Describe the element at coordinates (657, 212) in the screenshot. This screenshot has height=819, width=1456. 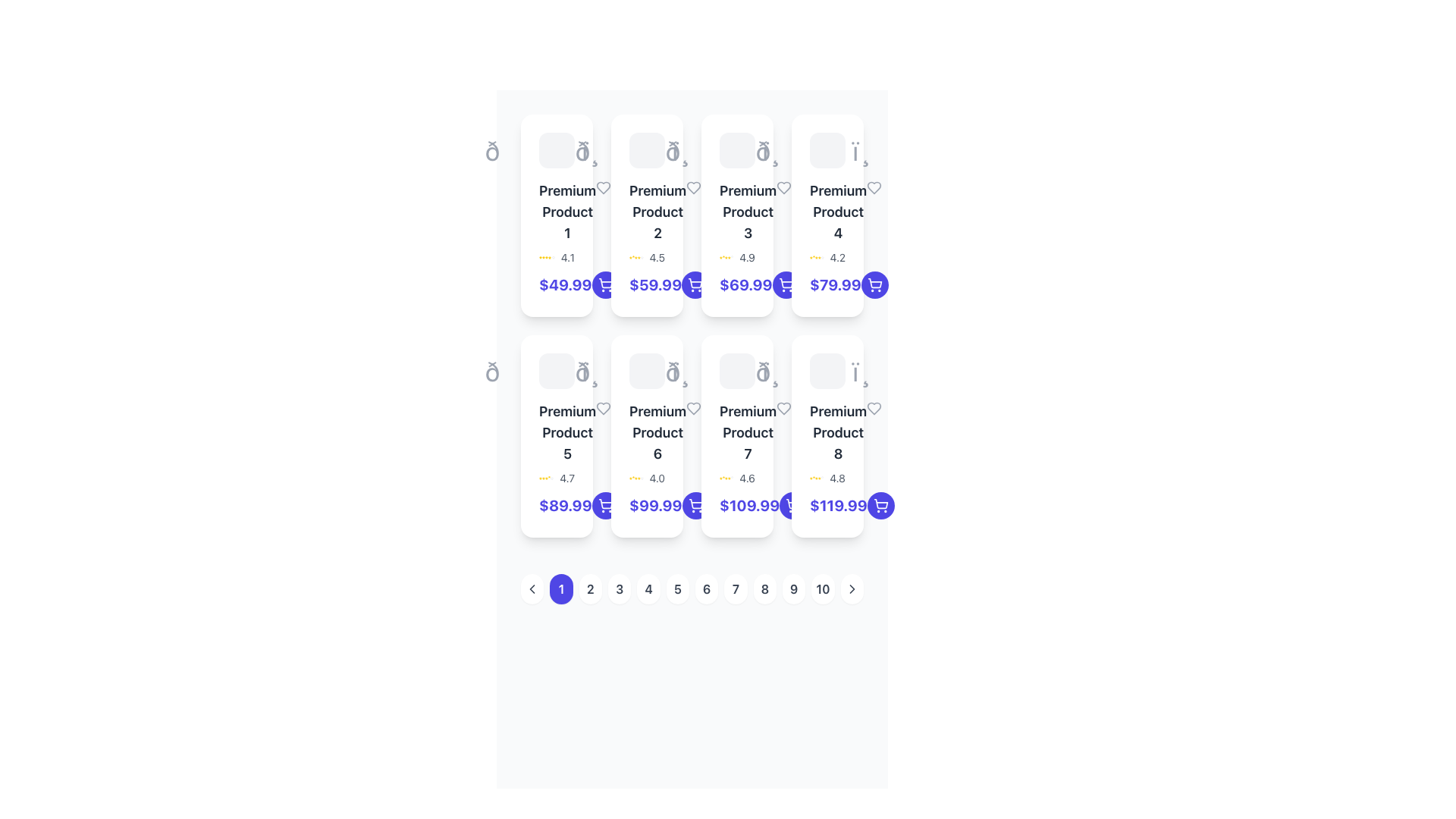
I see `text label displaying 'Premium Product 2' for product identification, located in the second card of a multi-column grid layout, styled with bold font and dark gray color against a white background` at that location.